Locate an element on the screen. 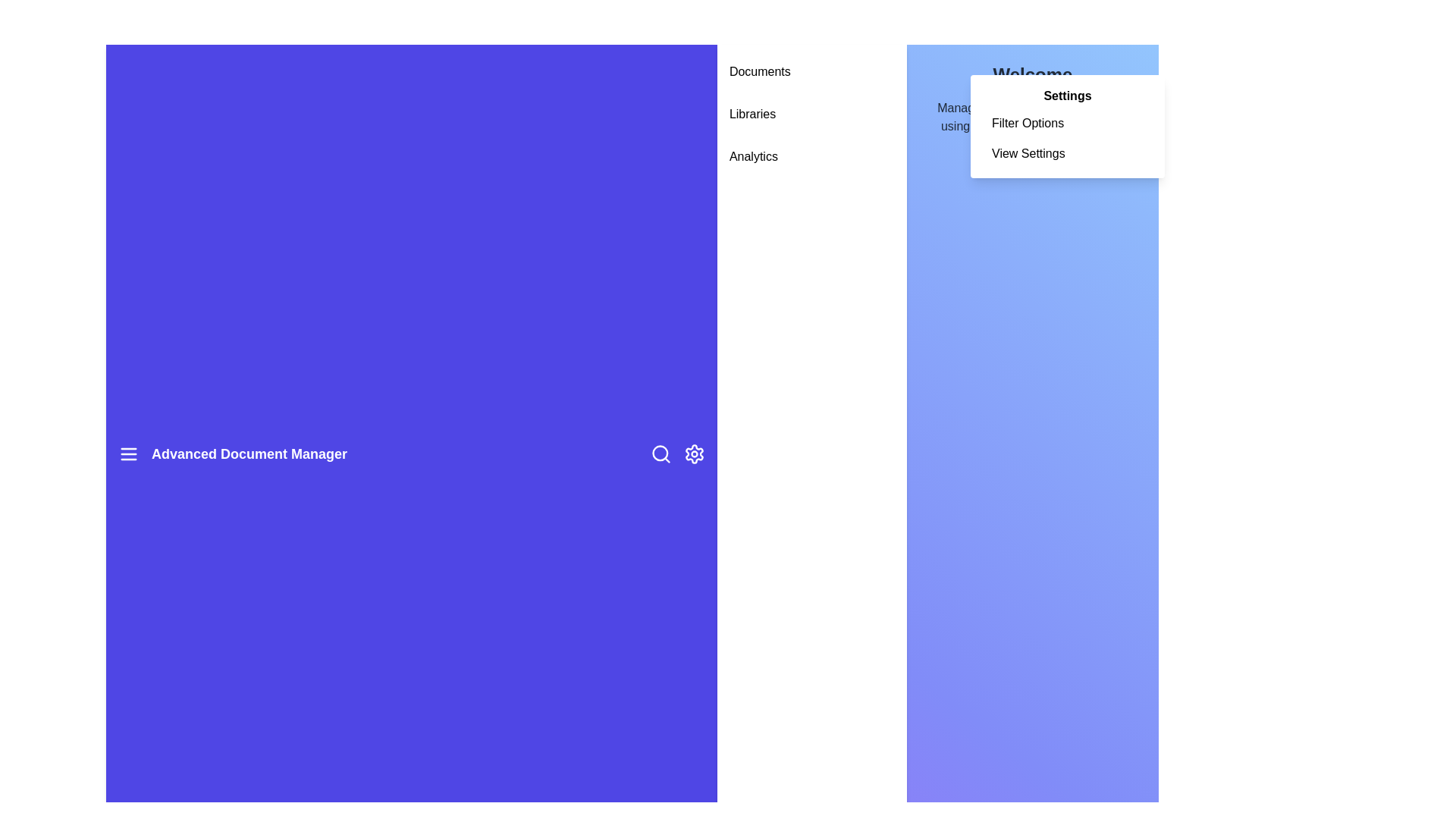 The width and height of the screenshot is (1456, 819). the sidebar menu item Libraries is located at coordinates (811, 113).